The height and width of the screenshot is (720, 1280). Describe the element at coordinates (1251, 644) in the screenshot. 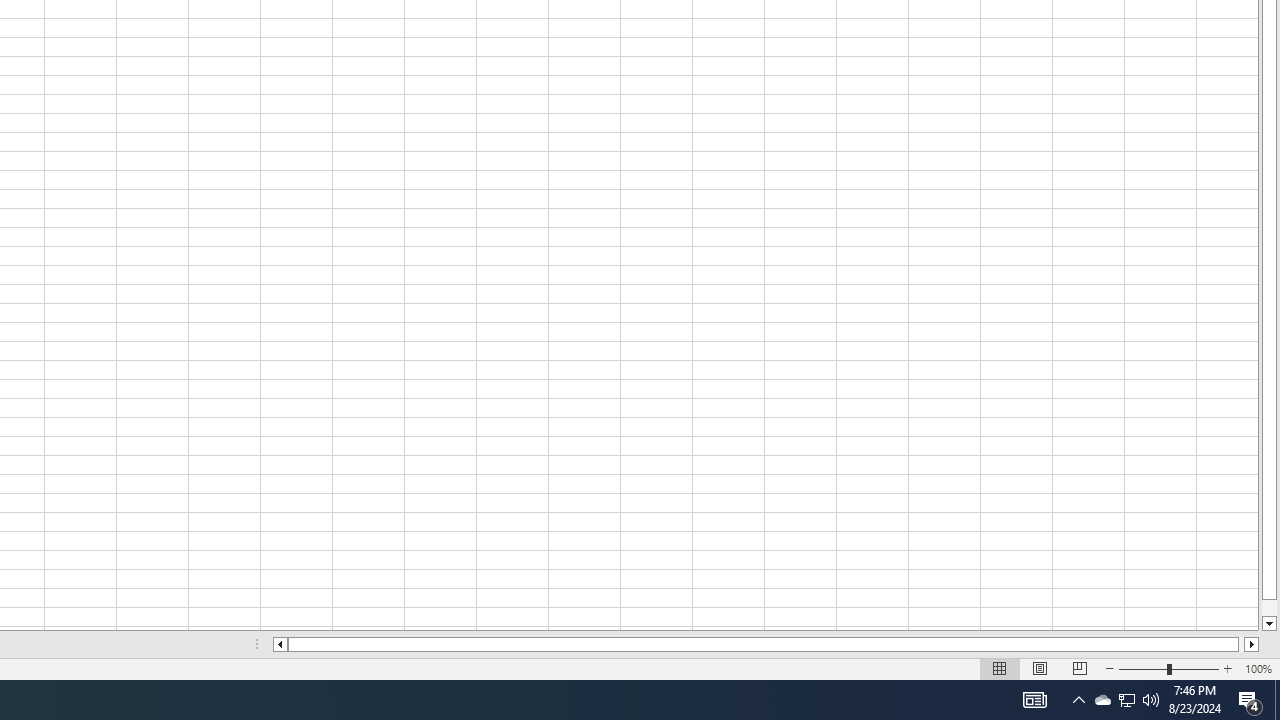

I see `'Column right'` at that location.